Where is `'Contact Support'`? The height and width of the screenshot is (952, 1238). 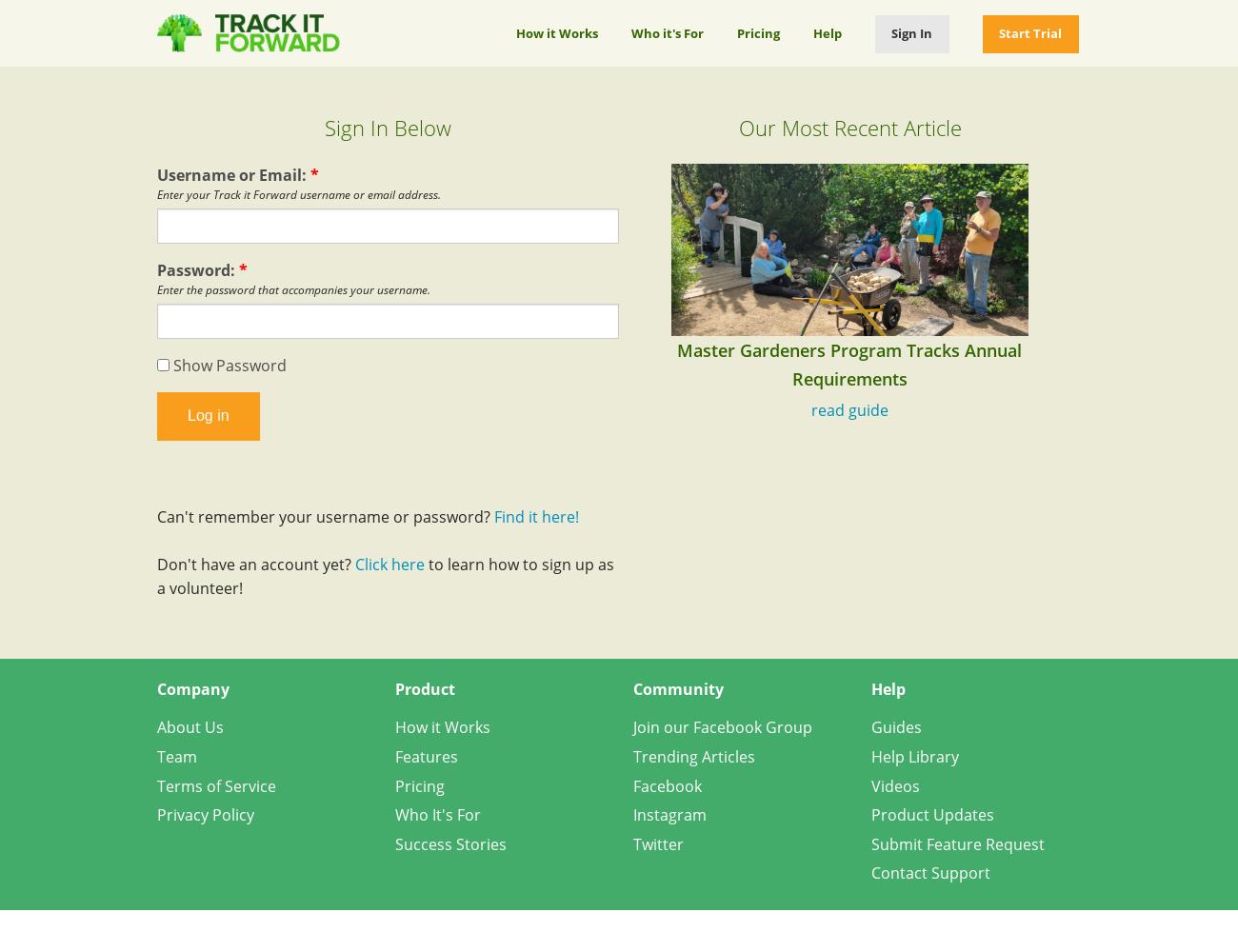 'Contact Support' is located at coordinates (929, 873).